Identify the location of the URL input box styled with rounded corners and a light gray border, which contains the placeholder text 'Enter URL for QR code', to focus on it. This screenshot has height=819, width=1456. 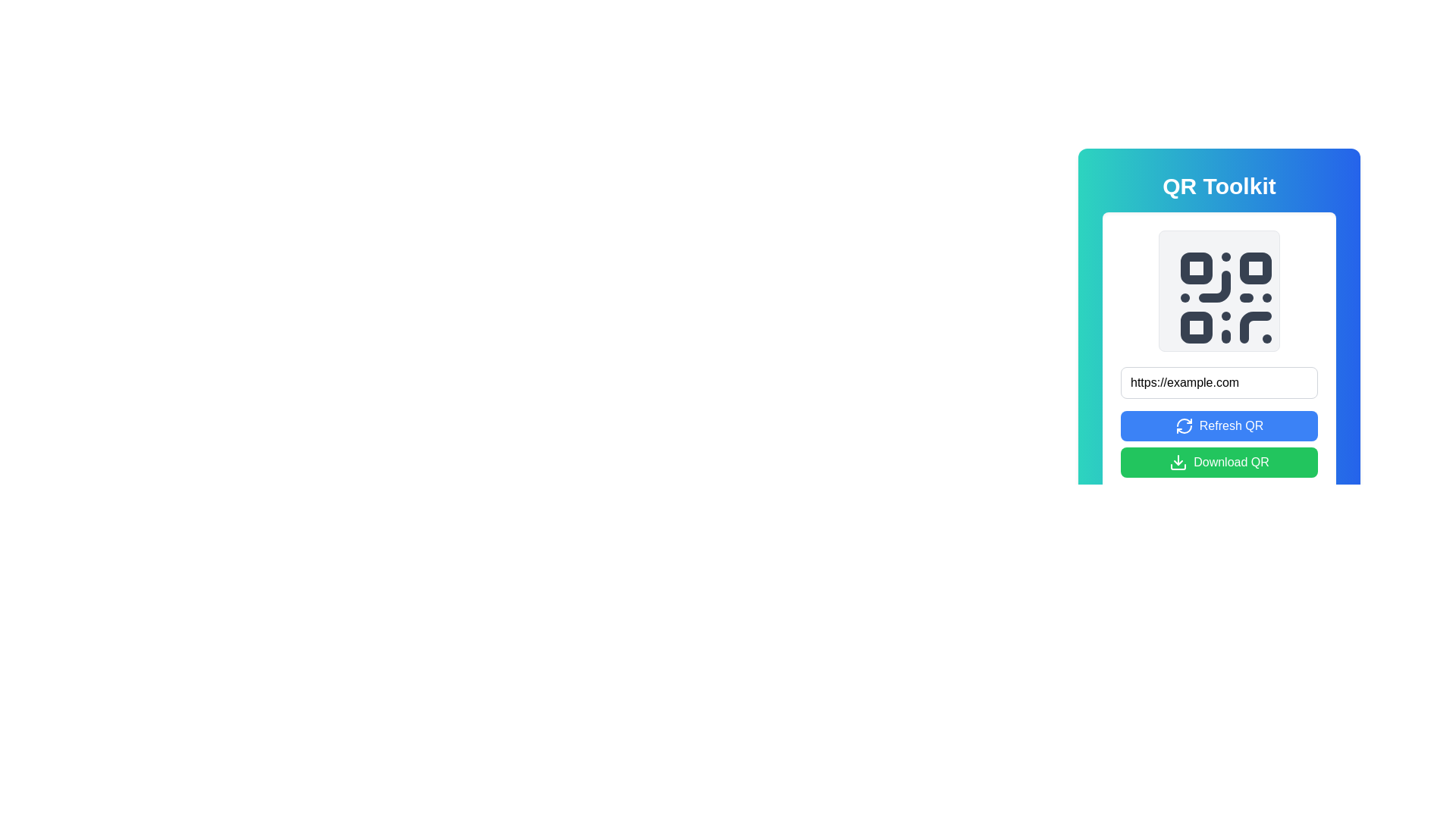
(1219, 382).